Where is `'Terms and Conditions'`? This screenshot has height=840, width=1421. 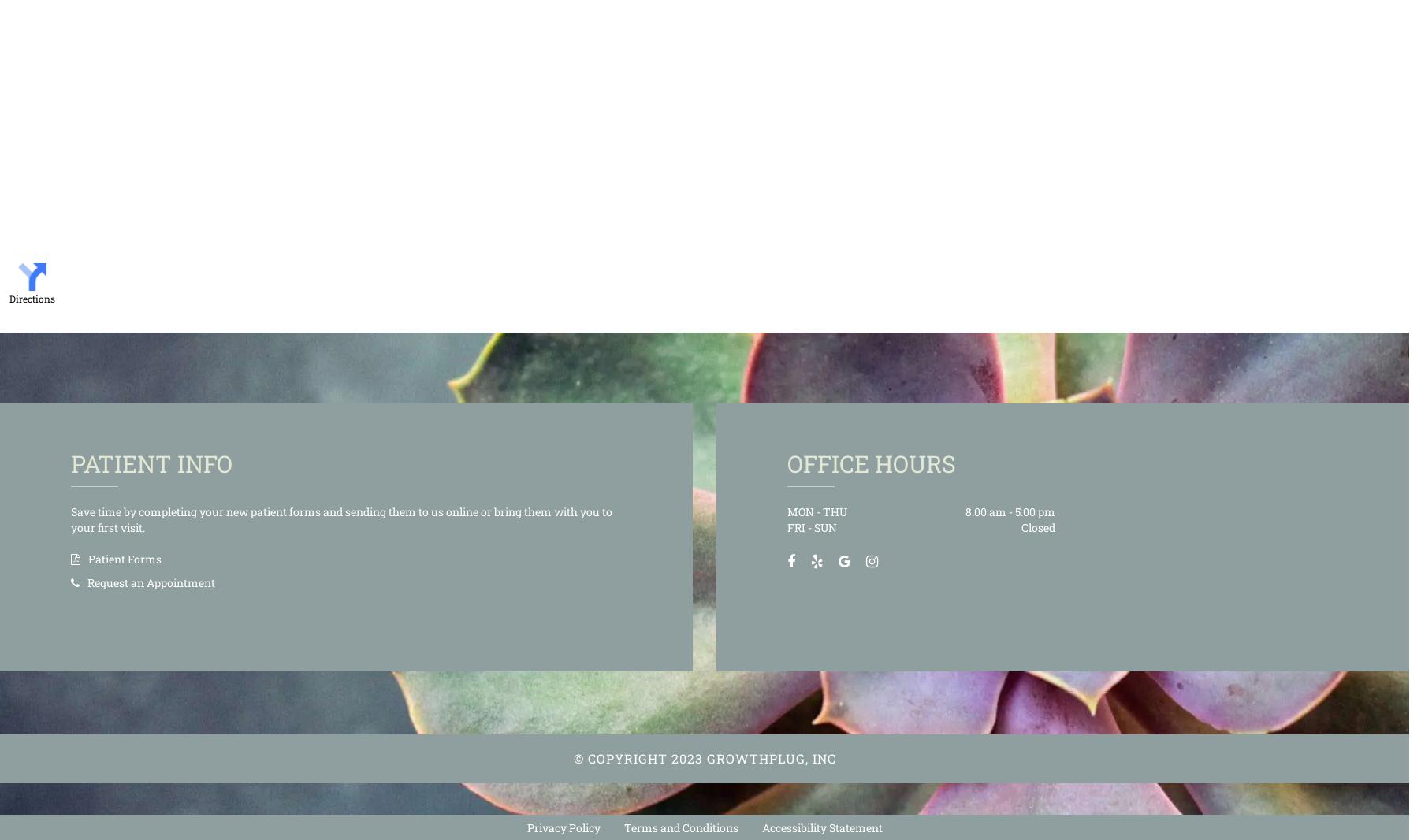 'Terms and Conditions' is located at coordinates (623, 827).